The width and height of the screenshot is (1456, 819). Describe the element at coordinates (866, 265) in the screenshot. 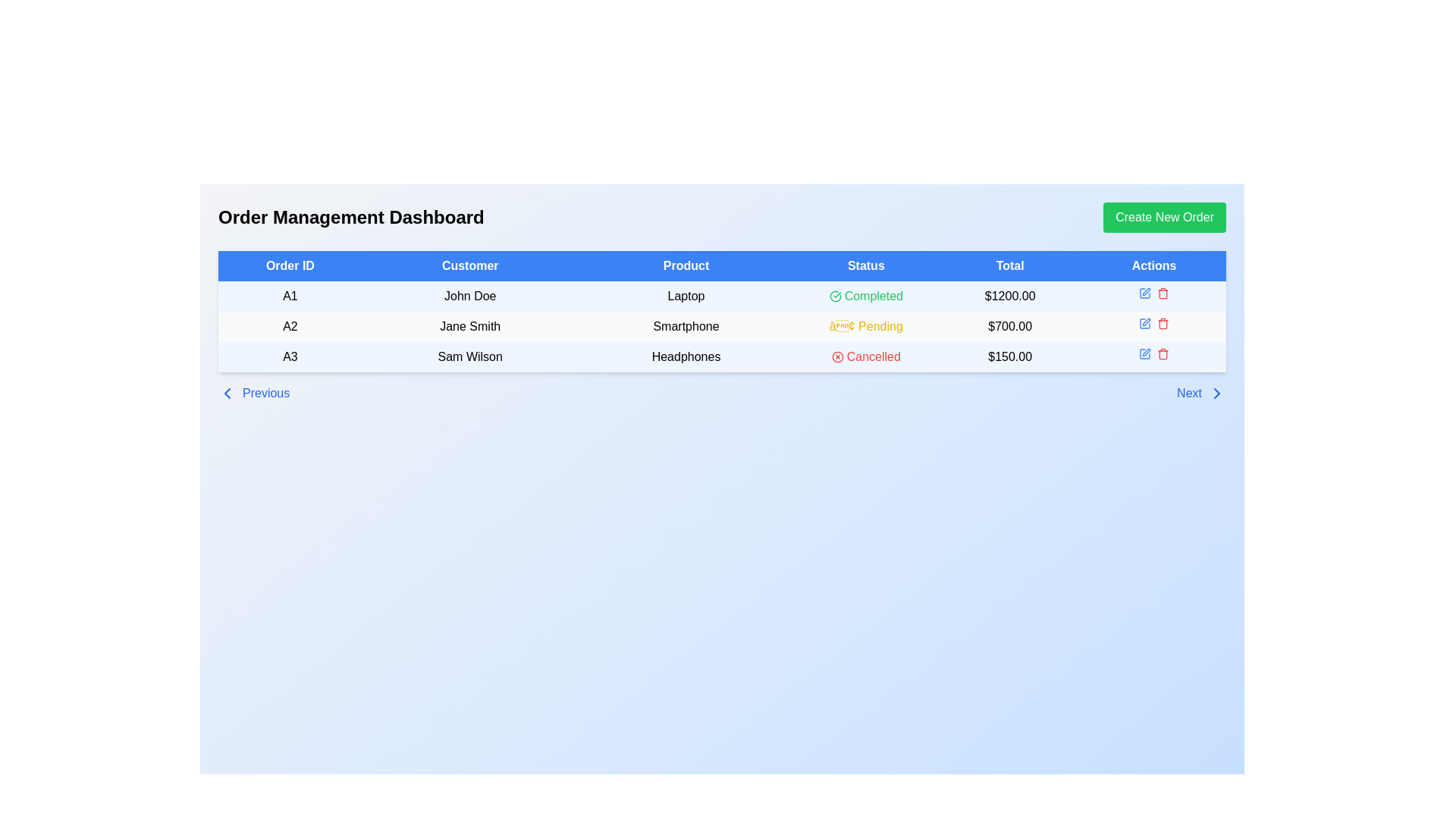

I see `the 'Status' text label in the table header, which is bold, white, and centered within a blue header, positioned between 'Product' and 'Total'` at that location.